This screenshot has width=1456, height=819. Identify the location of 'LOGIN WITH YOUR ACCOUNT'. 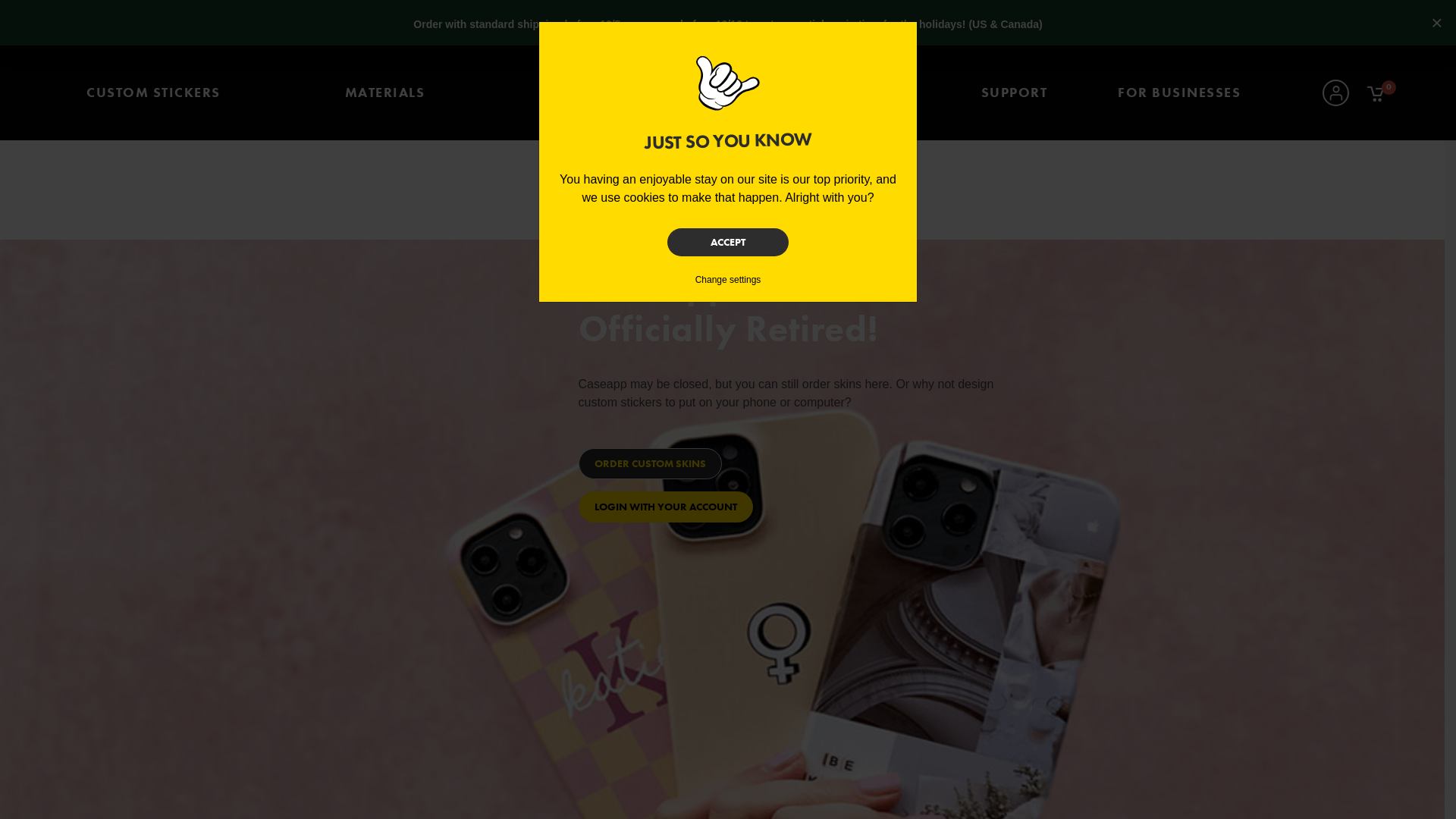
(665, 507).